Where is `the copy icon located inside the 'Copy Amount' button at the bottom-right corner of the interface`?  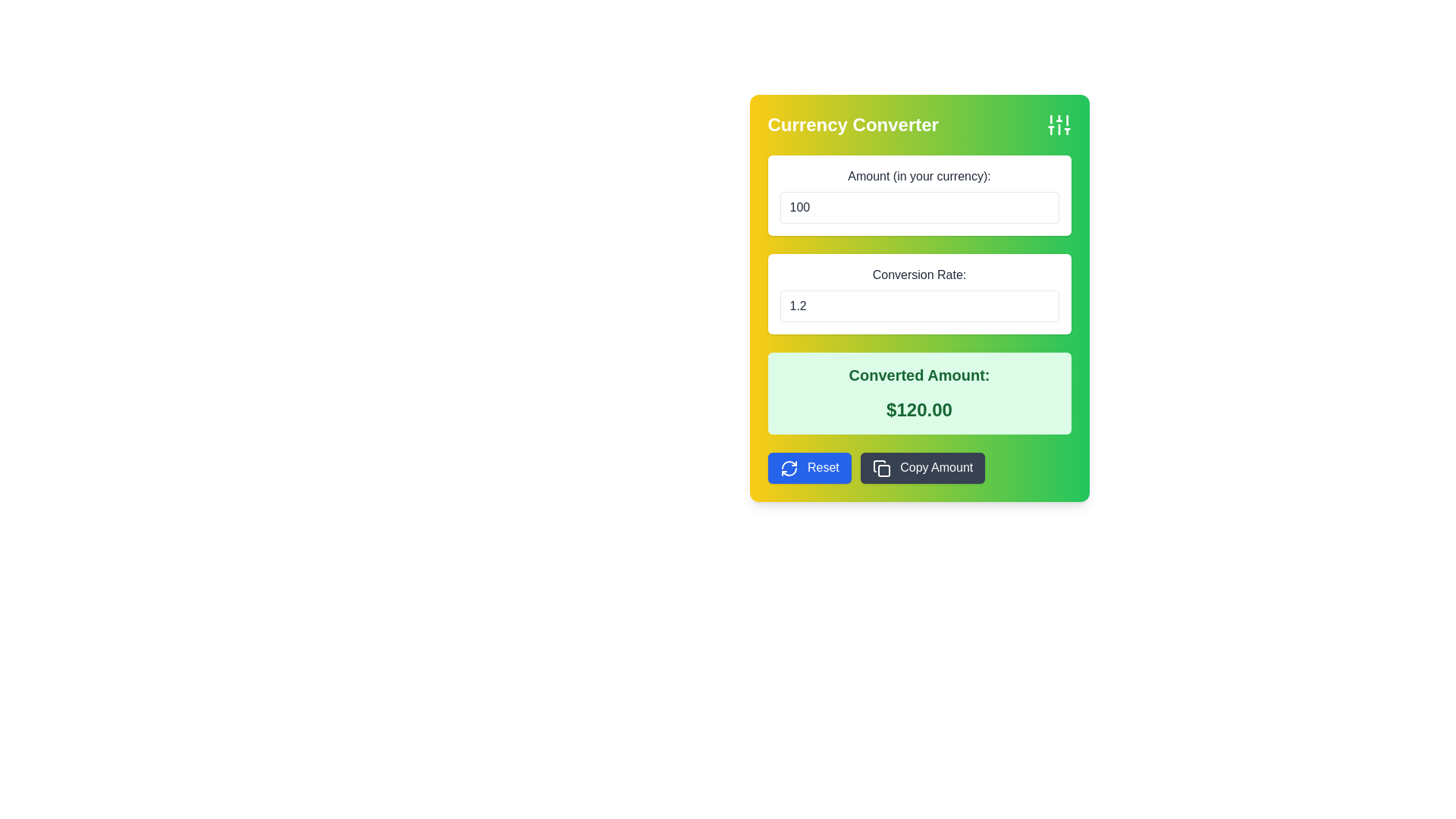 the copy icon located inside the 'Copy Amount' button at the bottom-right corner of the interface is located at coordinates (881, 467).